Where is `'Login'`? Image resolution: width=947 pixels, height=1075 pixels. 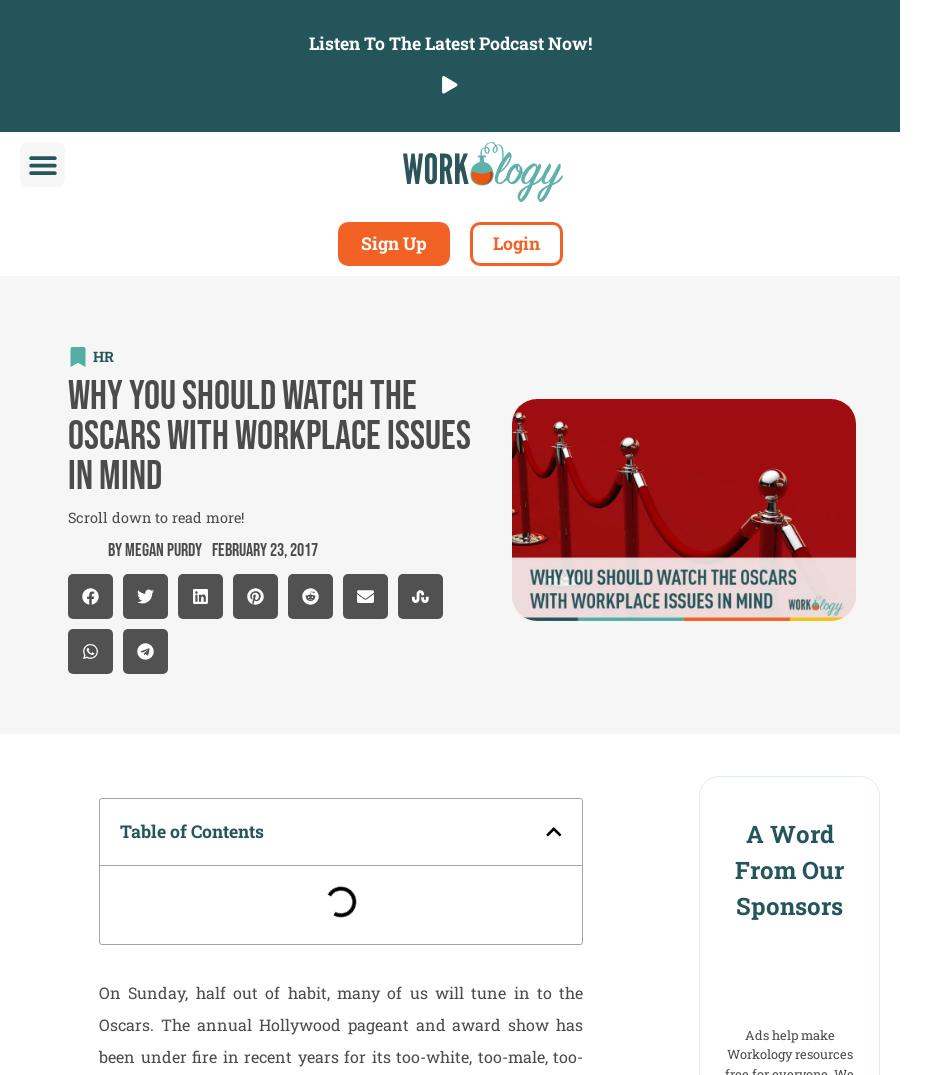 'Login' is located at coordinates (514, 242).